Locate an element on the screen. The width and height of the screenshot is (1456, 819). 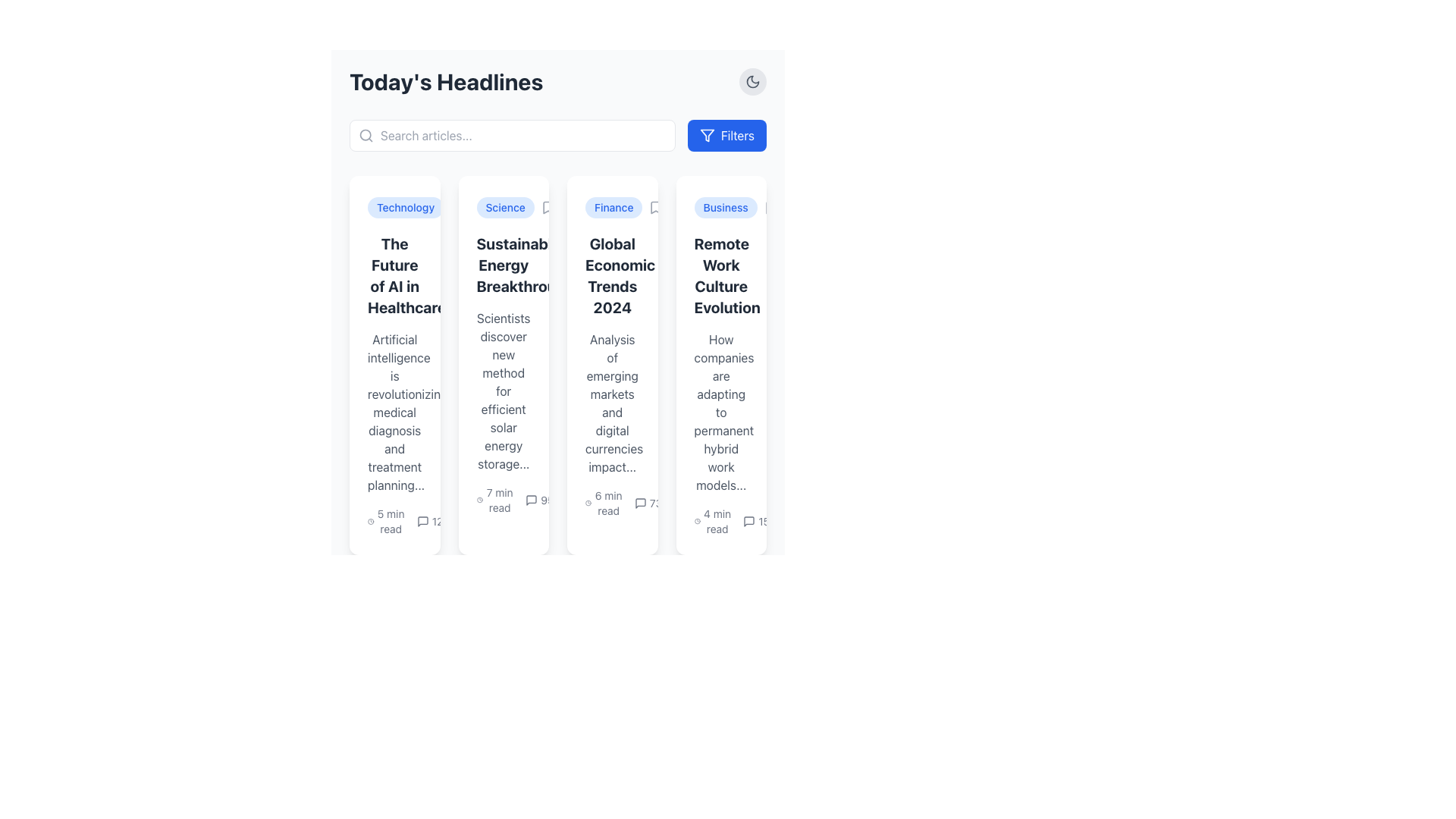
the clock icon that represents the estimated reading time for the article, located to the left of '6 min read' under the 'Global Economic Trends 2024' title is located at coordinates (588, 503).